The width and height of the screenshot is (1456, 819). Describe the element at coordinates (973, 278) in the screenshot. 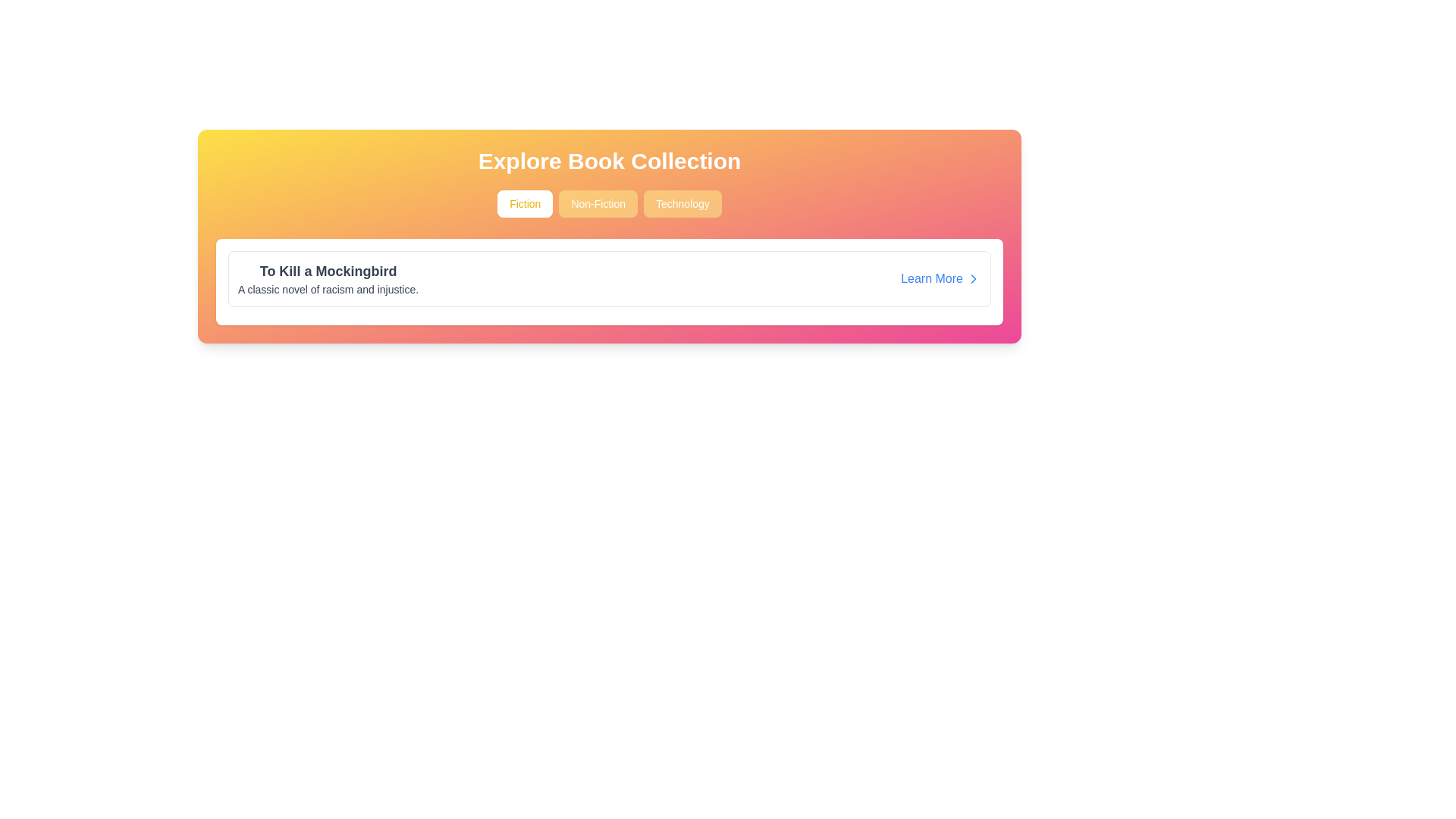

I see `the right-pointing chevron icon located near the 'Learn More' link` at that location.